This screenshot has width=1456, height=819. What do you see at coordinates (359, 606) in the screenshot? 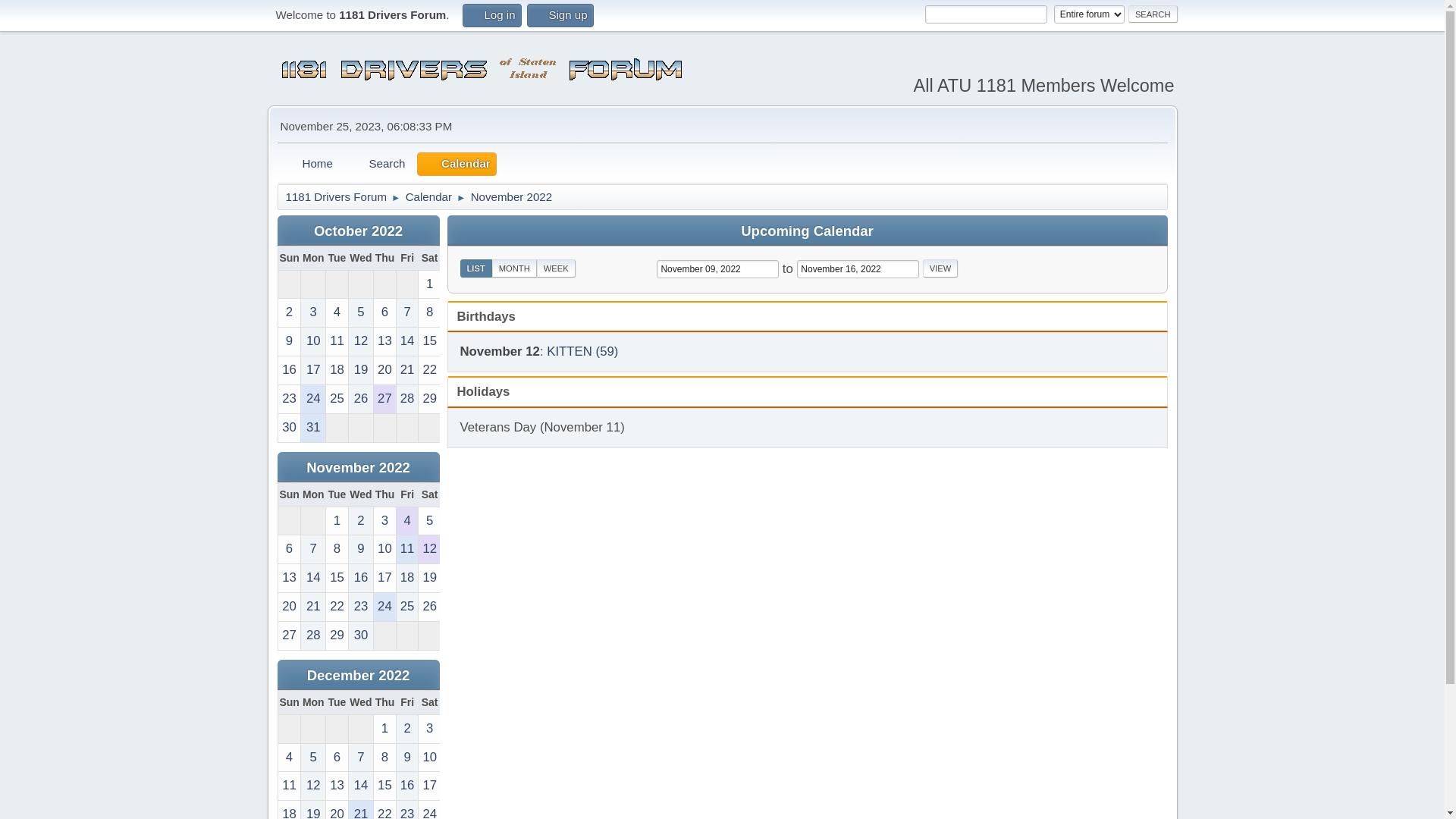
I see `'23'` at bounding box center [359, 606].